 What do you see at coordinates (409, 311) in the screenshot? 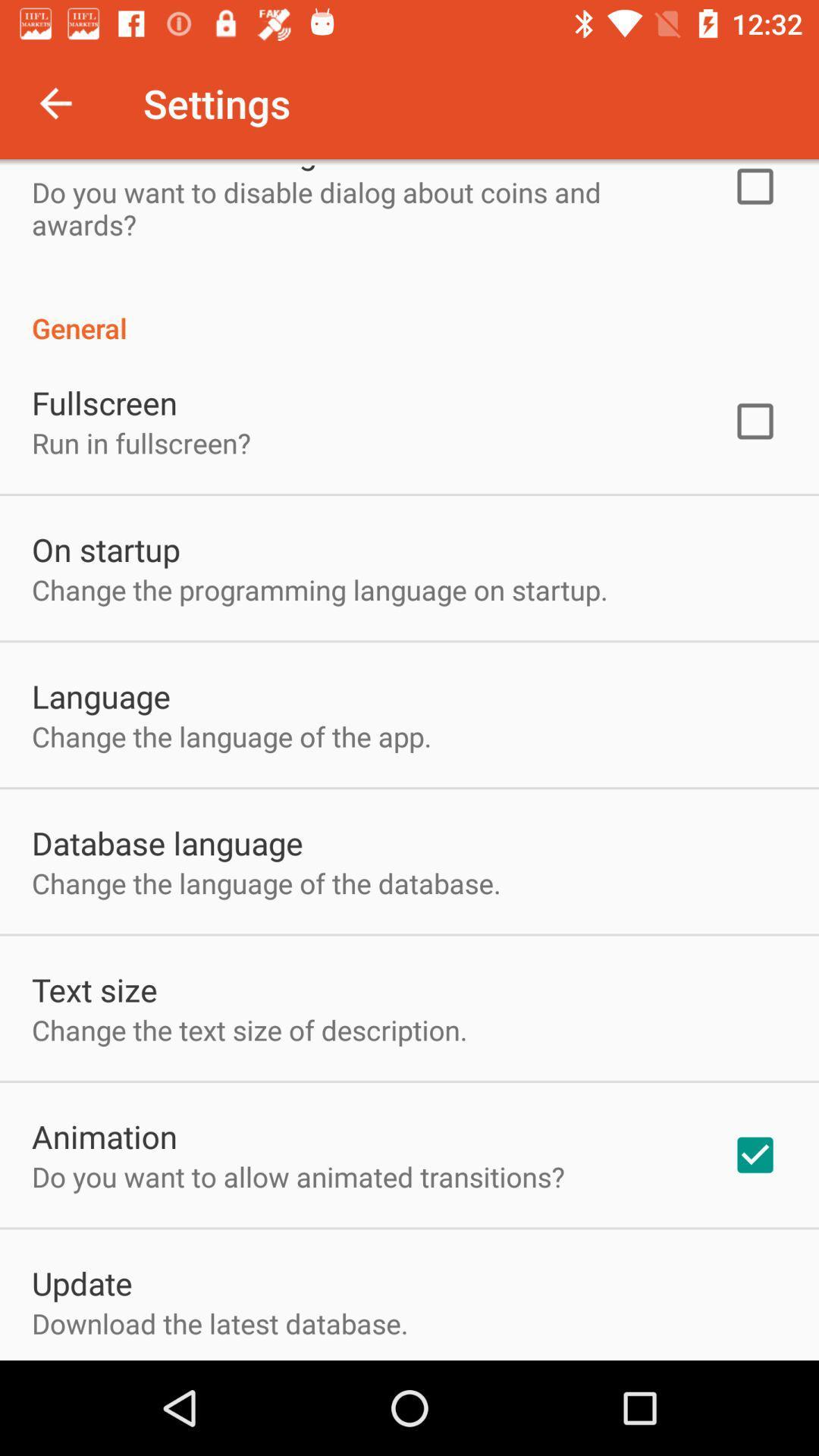
I see `the general item` at bounding box center [409, 311].